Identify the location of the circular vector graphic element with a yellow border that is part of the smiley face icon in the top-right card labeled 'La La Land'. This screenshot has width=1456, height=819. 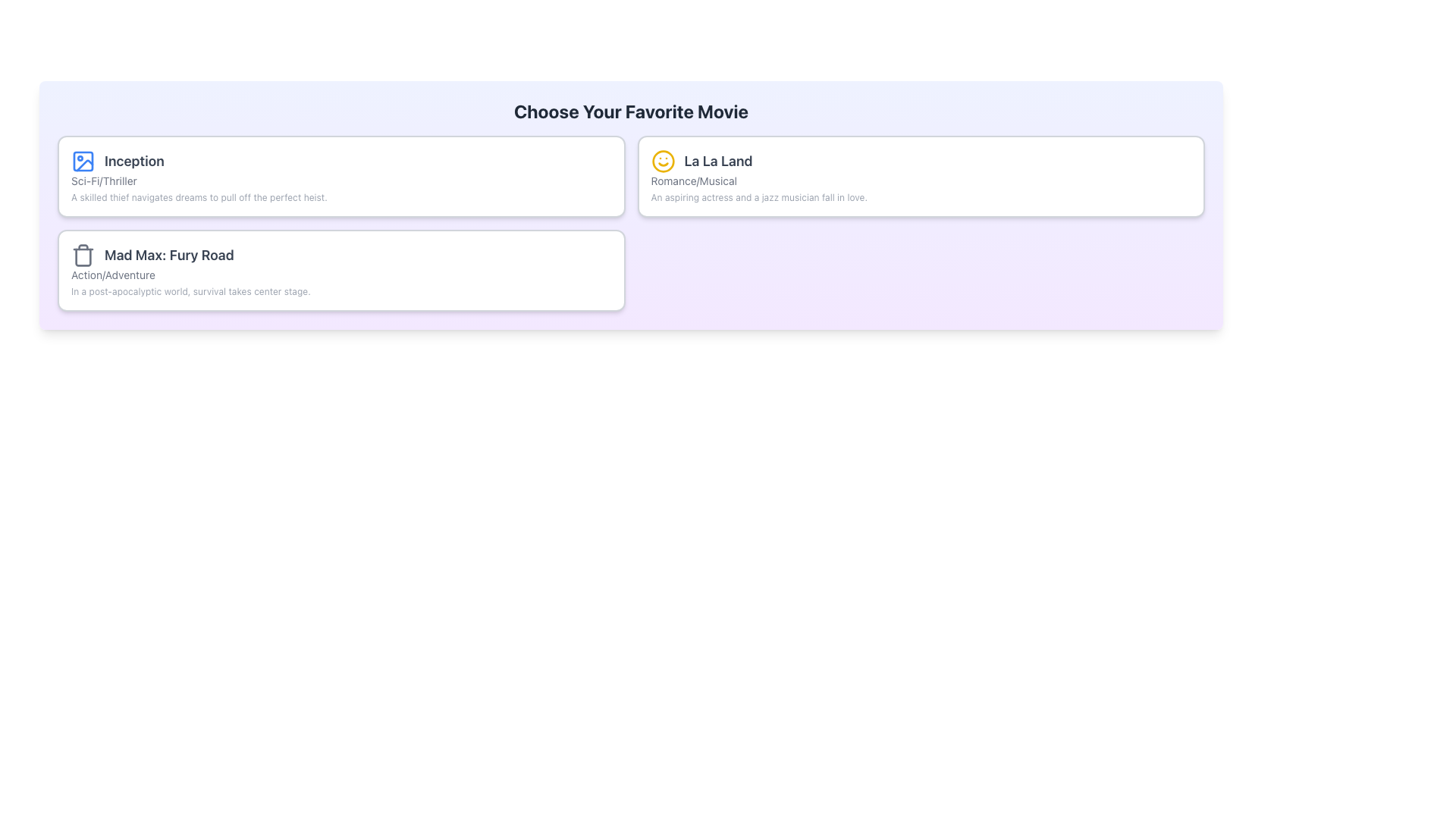
(663, 161).